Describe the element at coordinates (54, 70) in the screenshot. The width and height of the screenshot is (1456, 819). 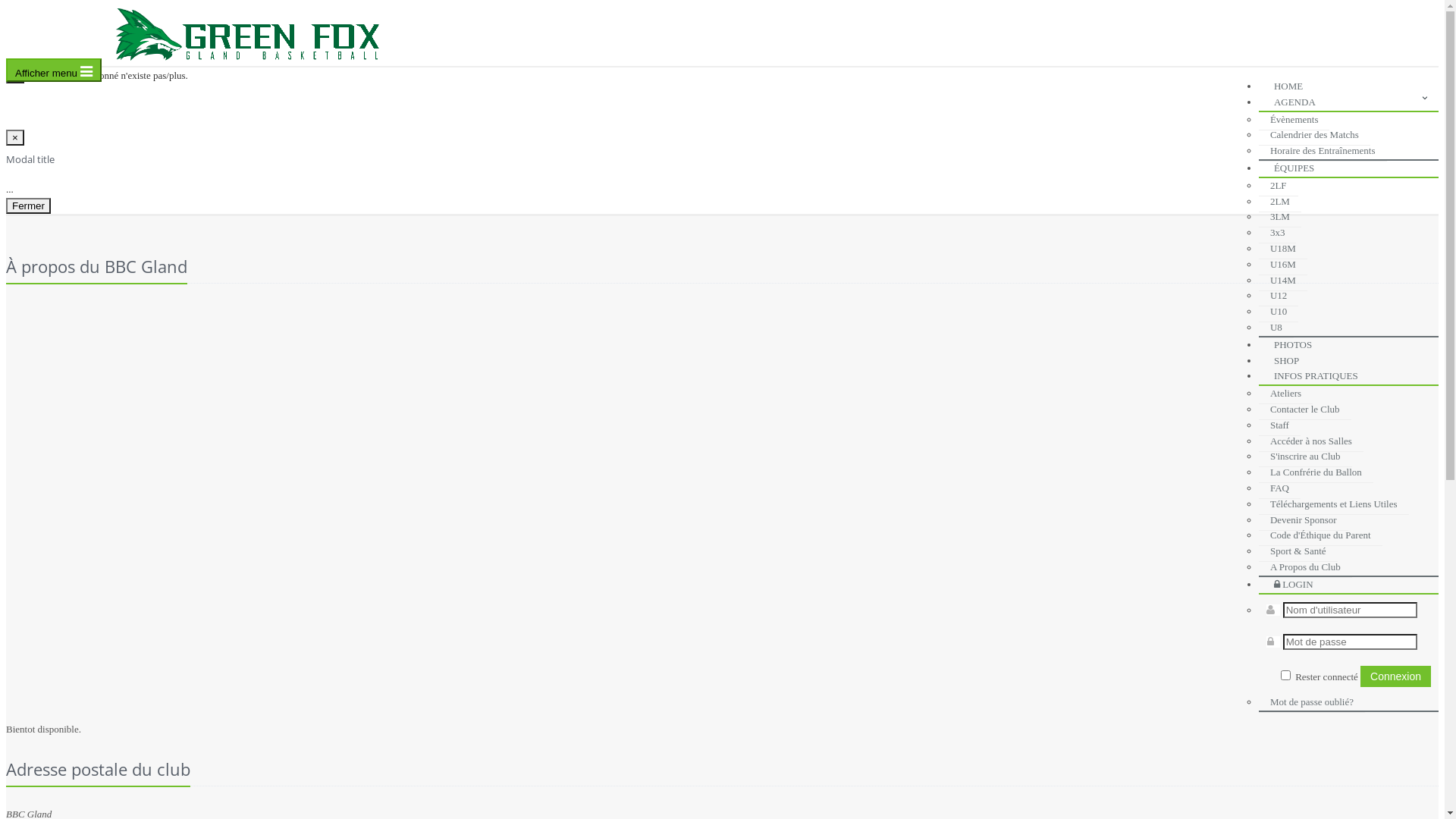
I see `'Afficher menu'` at that location.